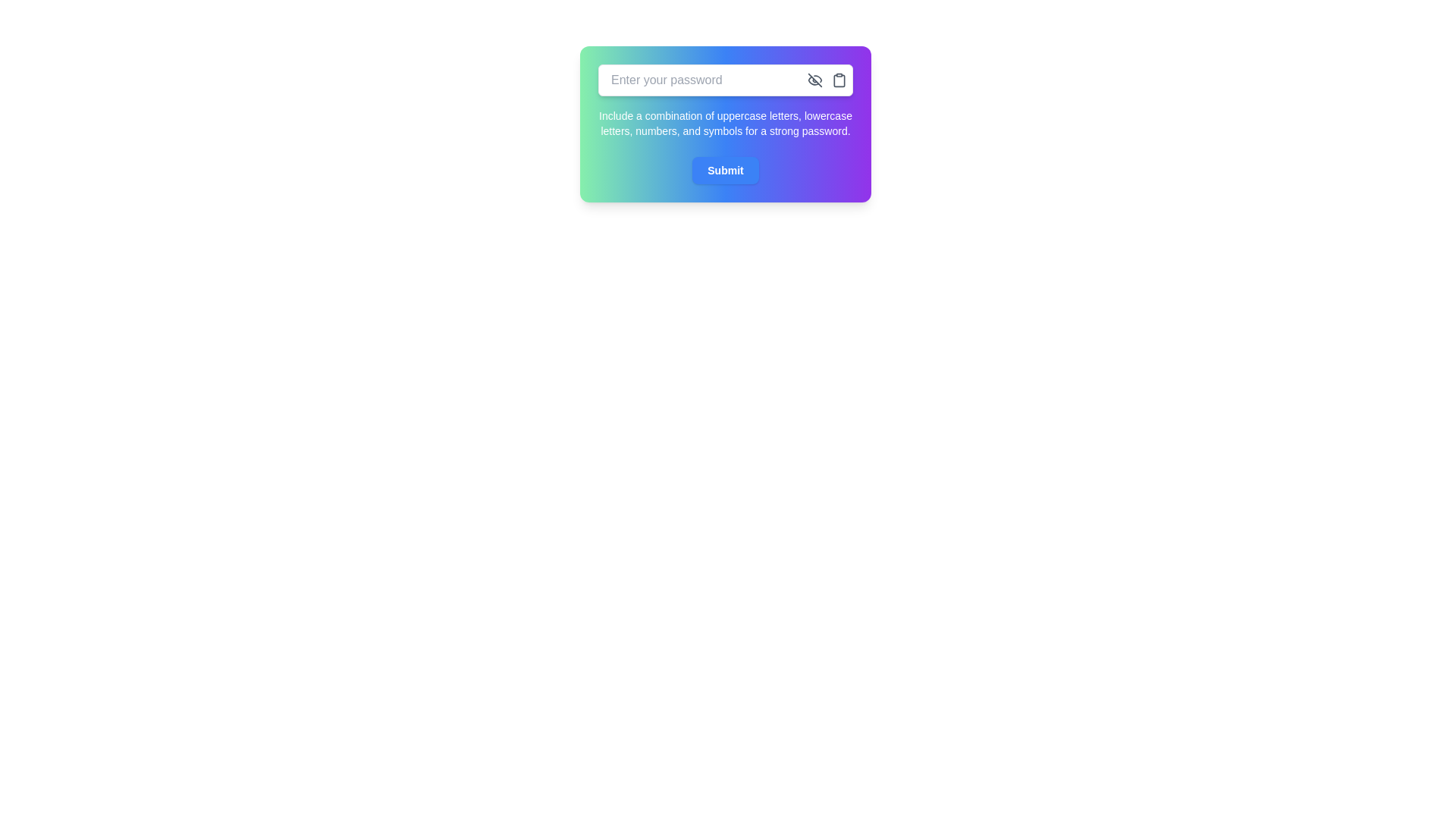  What do you see at coordinates (814, 80) in the screenshot?
I see `the eye-off icon button located to the right of the password input field` at bounding box center [814, 80].